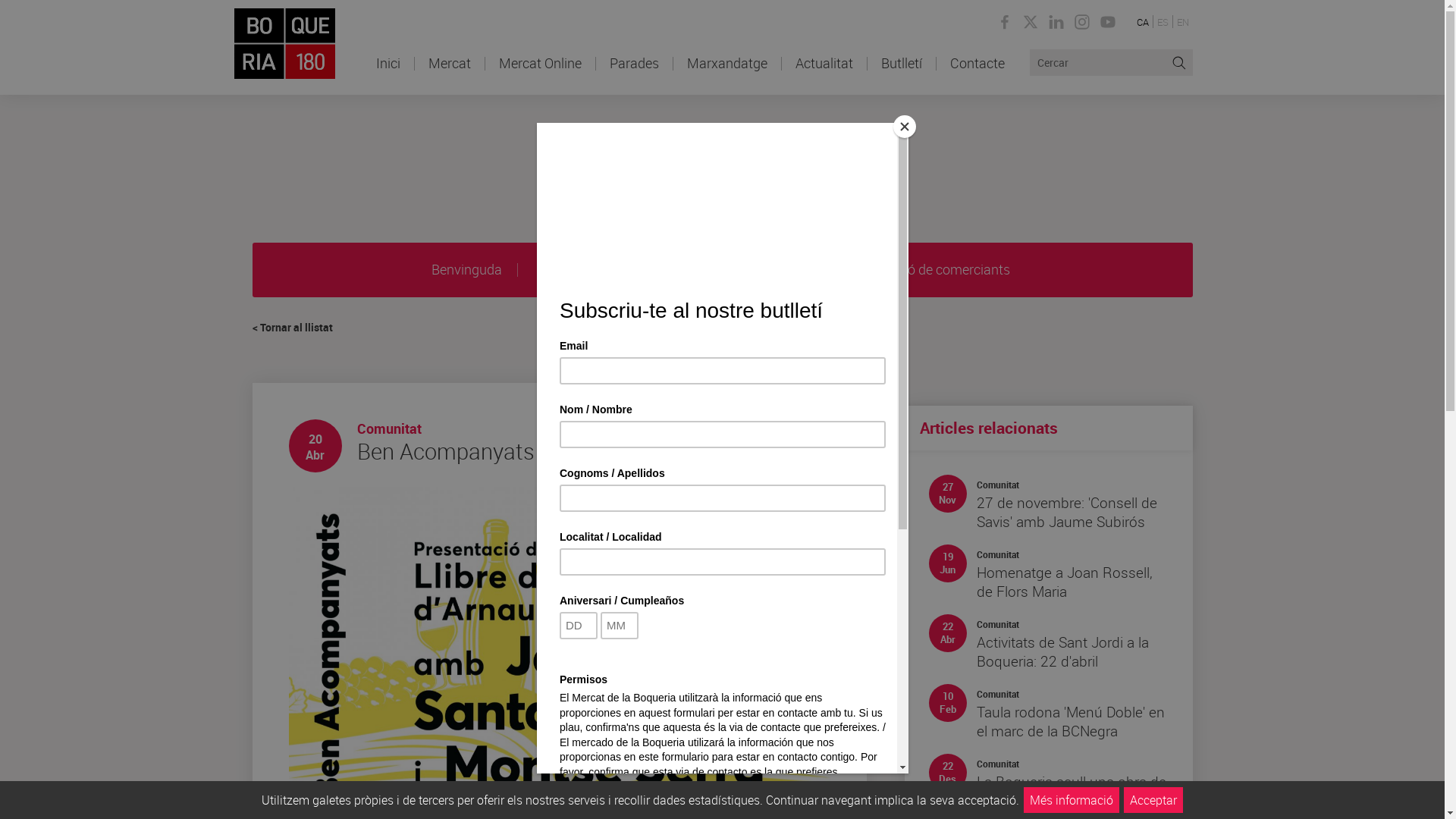 The width and height of the screenshot is (1456, 819). Describe the element at coordinates (414, 75) in the screenshot. I see `'Mercat'` at that location.